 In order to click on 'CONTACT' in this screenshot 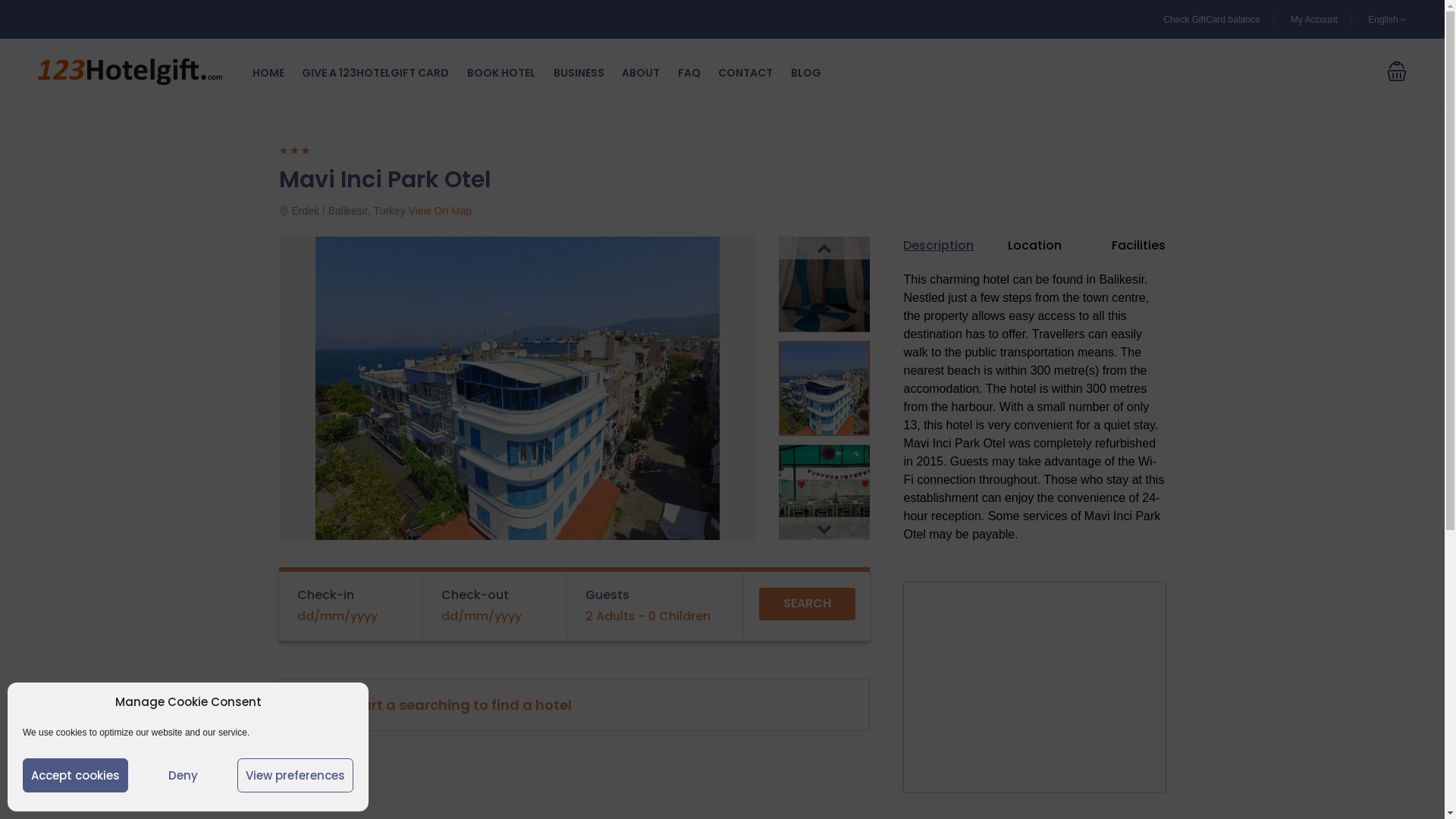, I will do `click(745, 73)`.